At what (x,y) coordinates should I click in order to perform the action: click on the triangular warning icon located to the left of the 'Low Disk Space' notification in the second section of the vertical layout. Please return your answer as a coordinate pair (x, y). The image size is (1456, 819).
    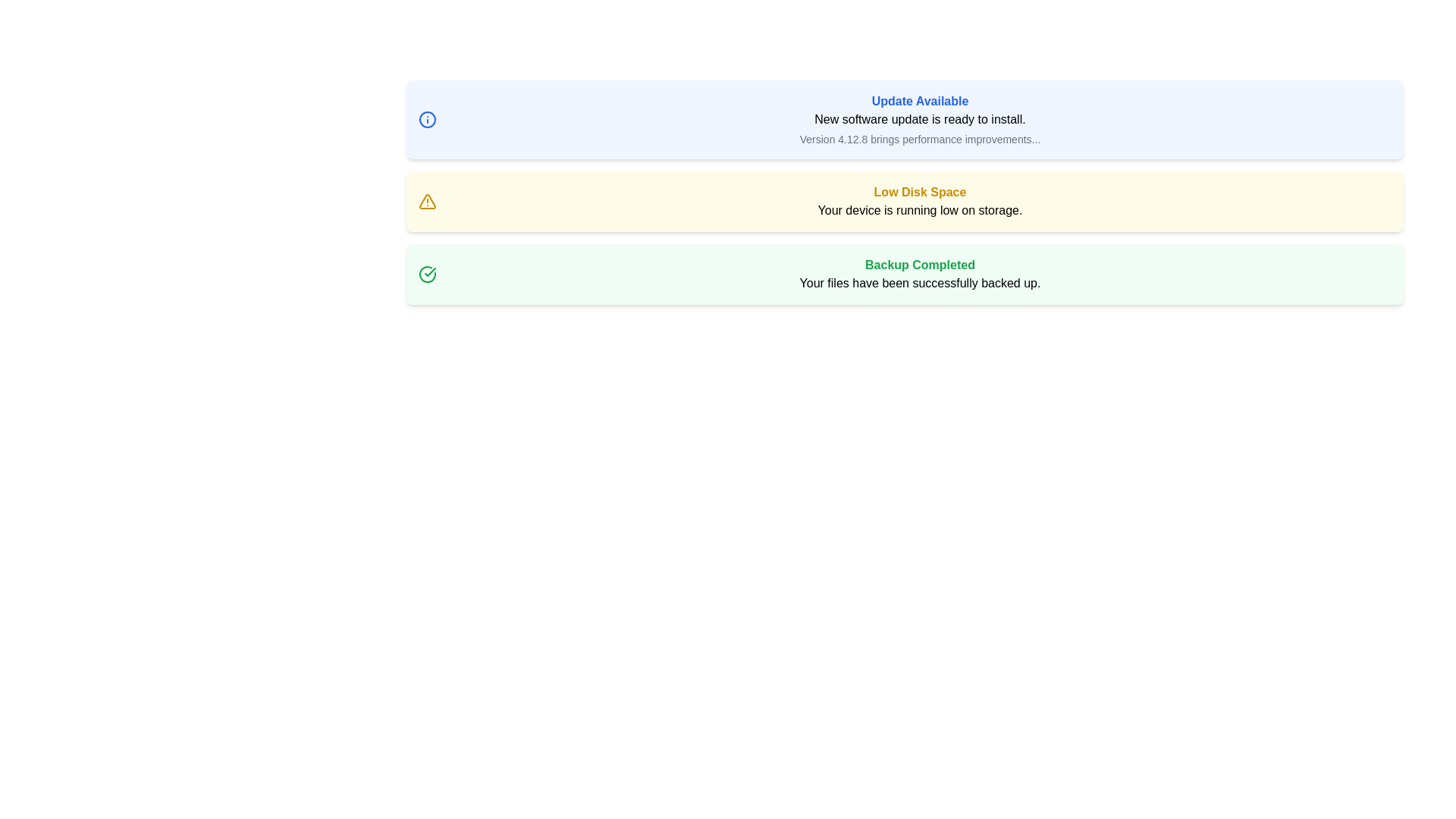
    Looking at the image, I should click on (426, 201).